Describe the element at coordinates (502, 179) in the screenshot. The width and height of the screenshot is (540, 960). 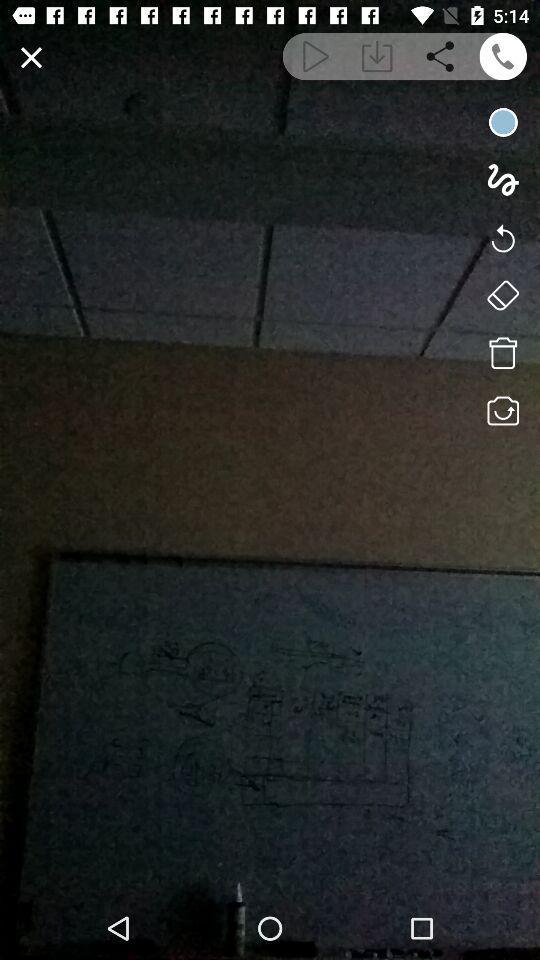
I see `free draw` at that location.